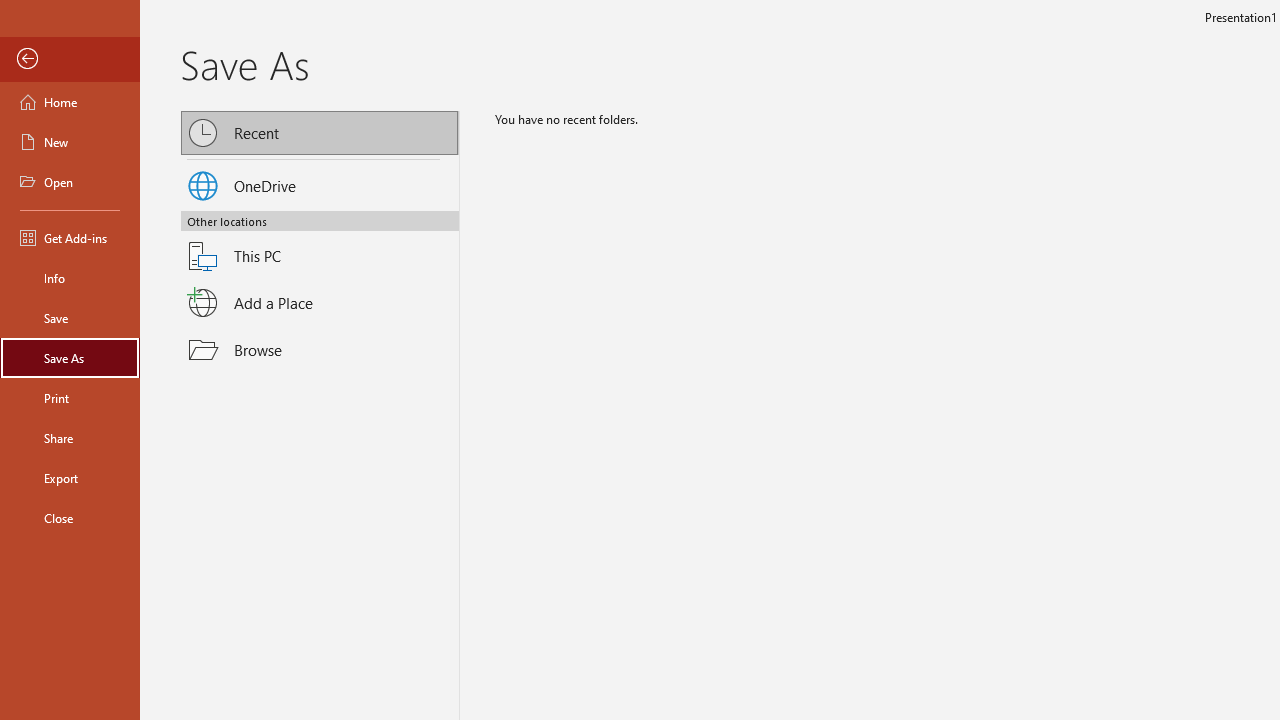 Image resolution: width=1280 pixels, height=720 pixels. What do you see at coordinates (69, 356) in the screenshot?
I see `'Save As'` at bounding box center [69, 356].